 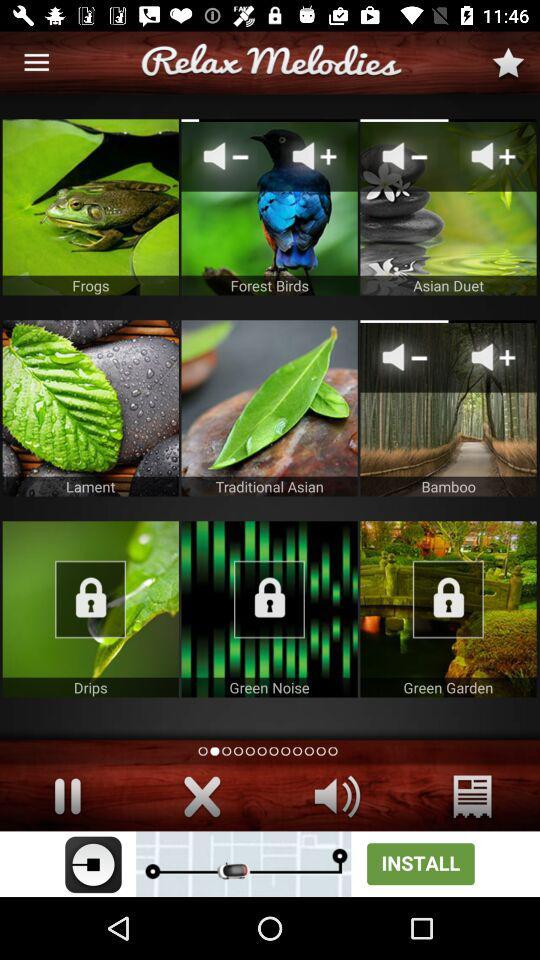 I want to click on traditional asian sound, so click(x=269, y=407).